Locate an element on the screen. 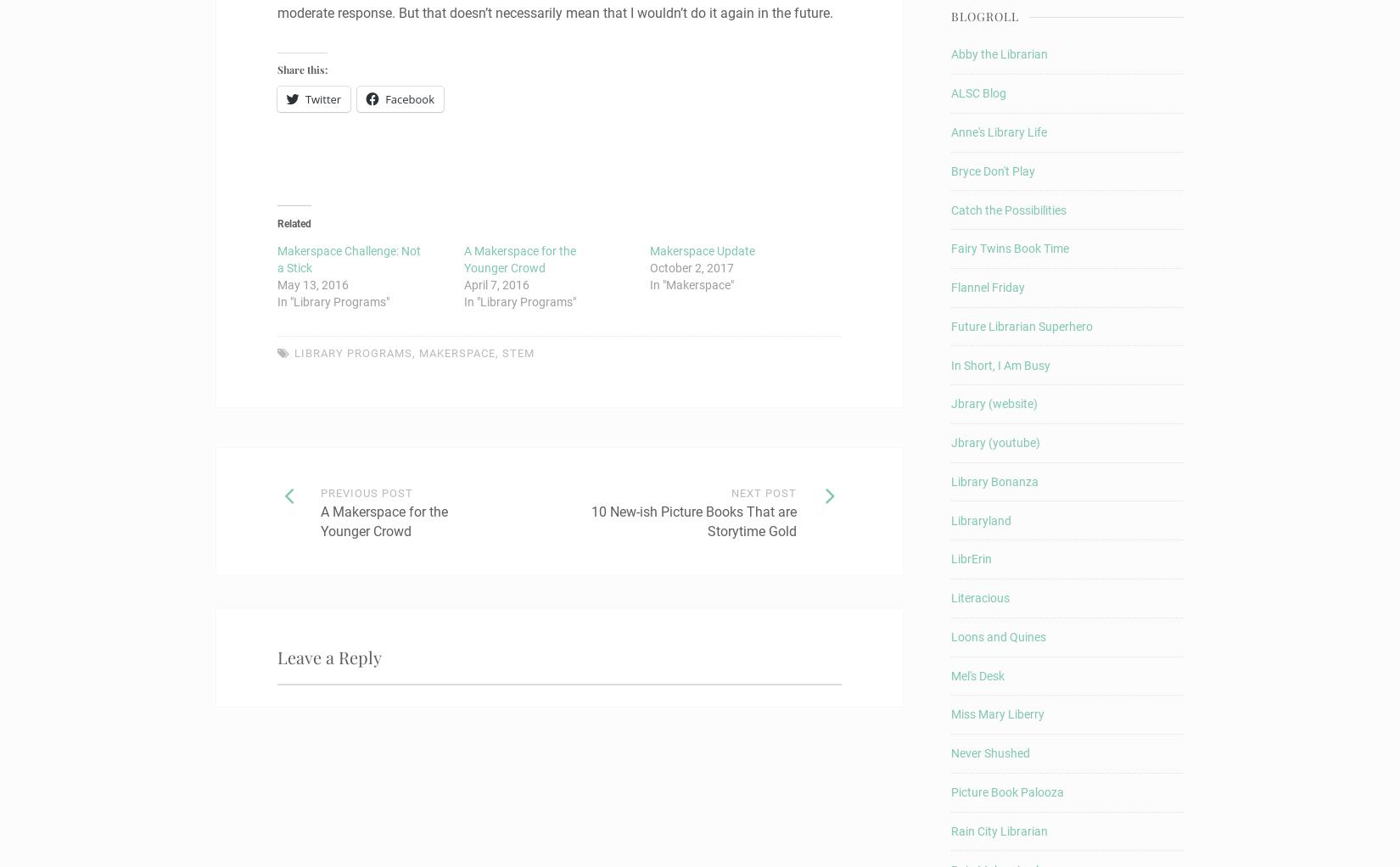 The width and height of the screenshot is (1400, 867). 'Blogroll' is located at coordinates (984, 14).